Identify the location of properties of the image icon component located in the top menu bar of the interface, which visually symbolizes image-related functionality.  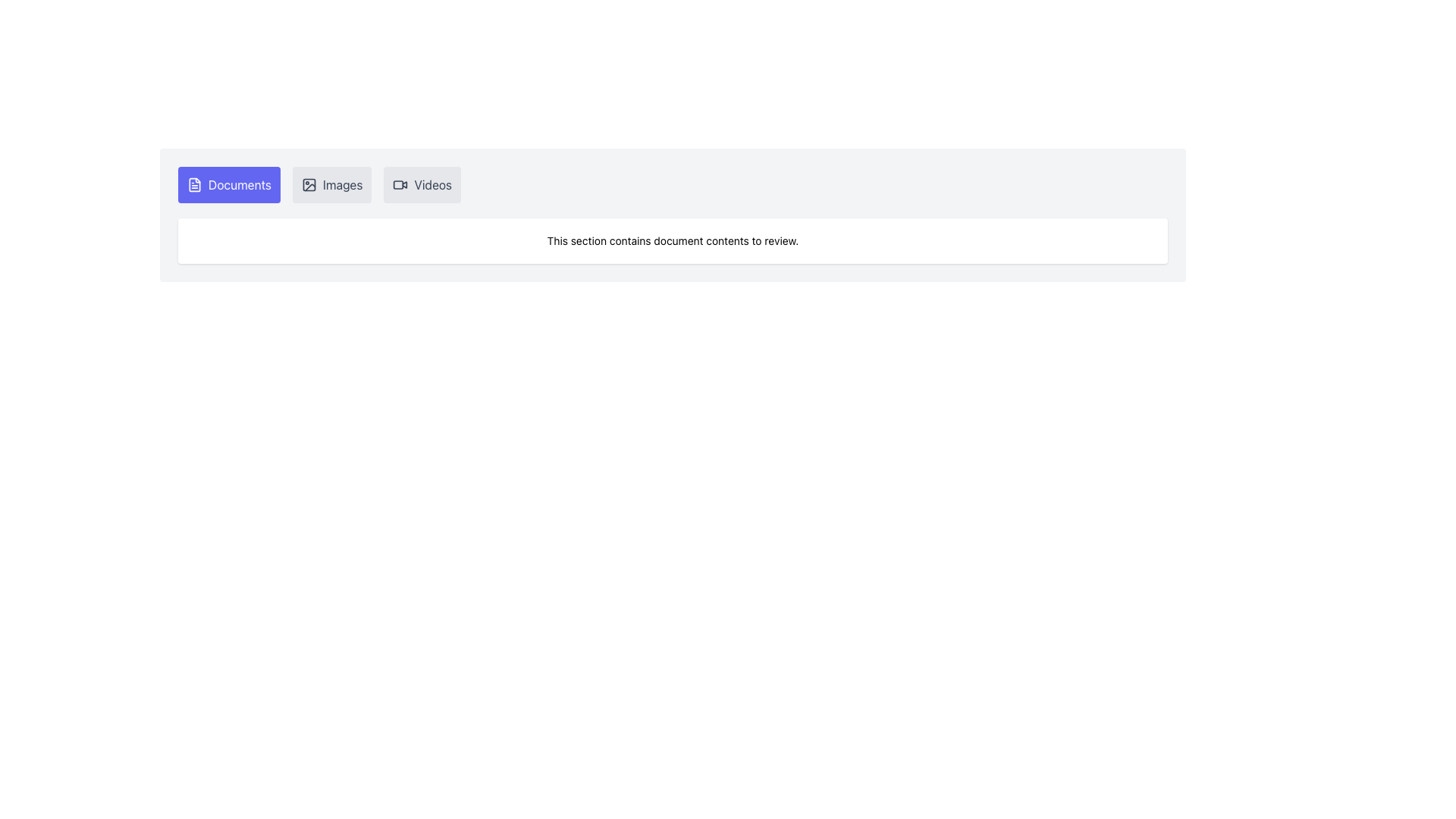
(309, 184).